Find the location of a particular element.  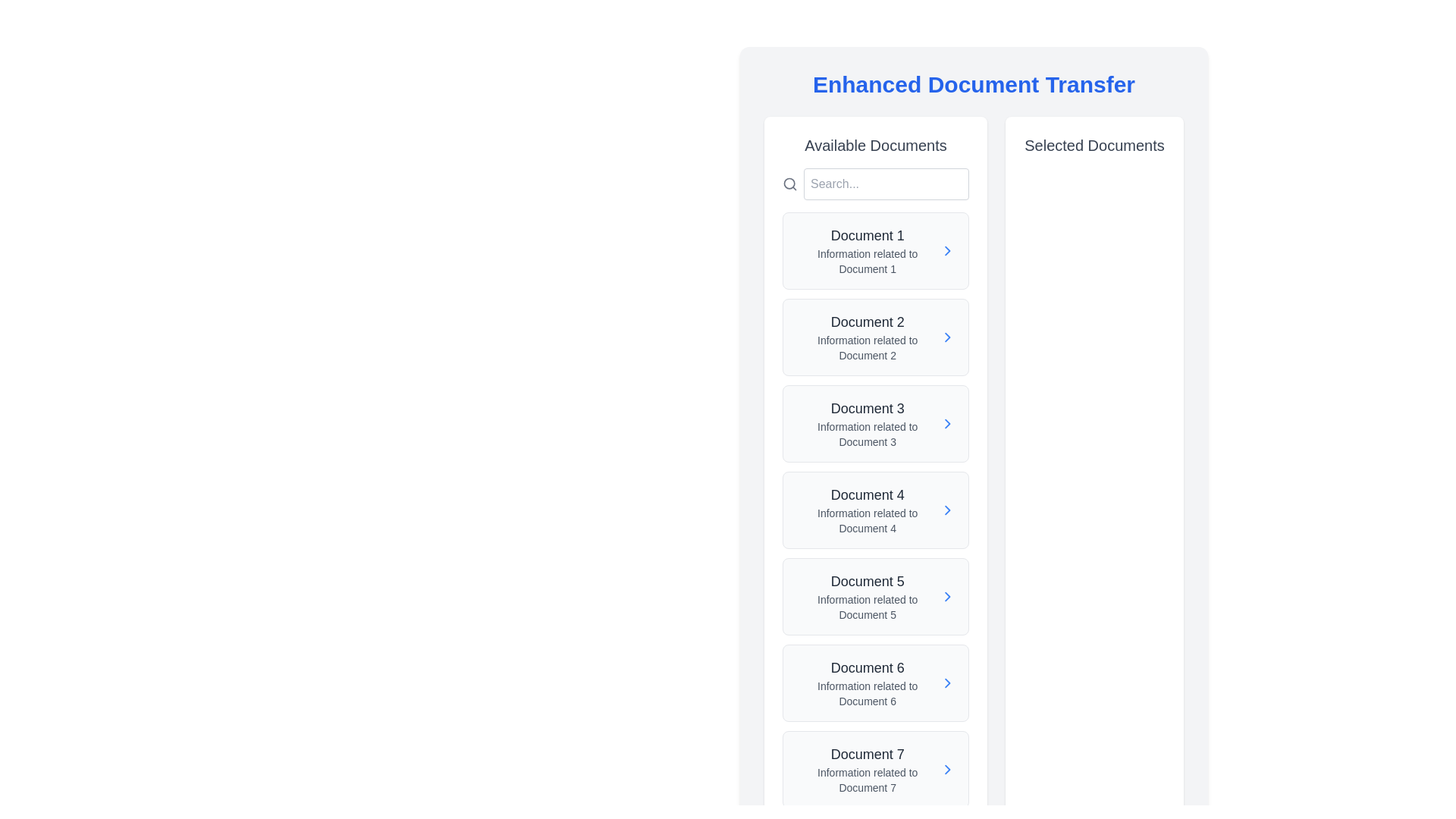

the text-based list item element representing 'Document 5' is located at coordinates (868, 595).